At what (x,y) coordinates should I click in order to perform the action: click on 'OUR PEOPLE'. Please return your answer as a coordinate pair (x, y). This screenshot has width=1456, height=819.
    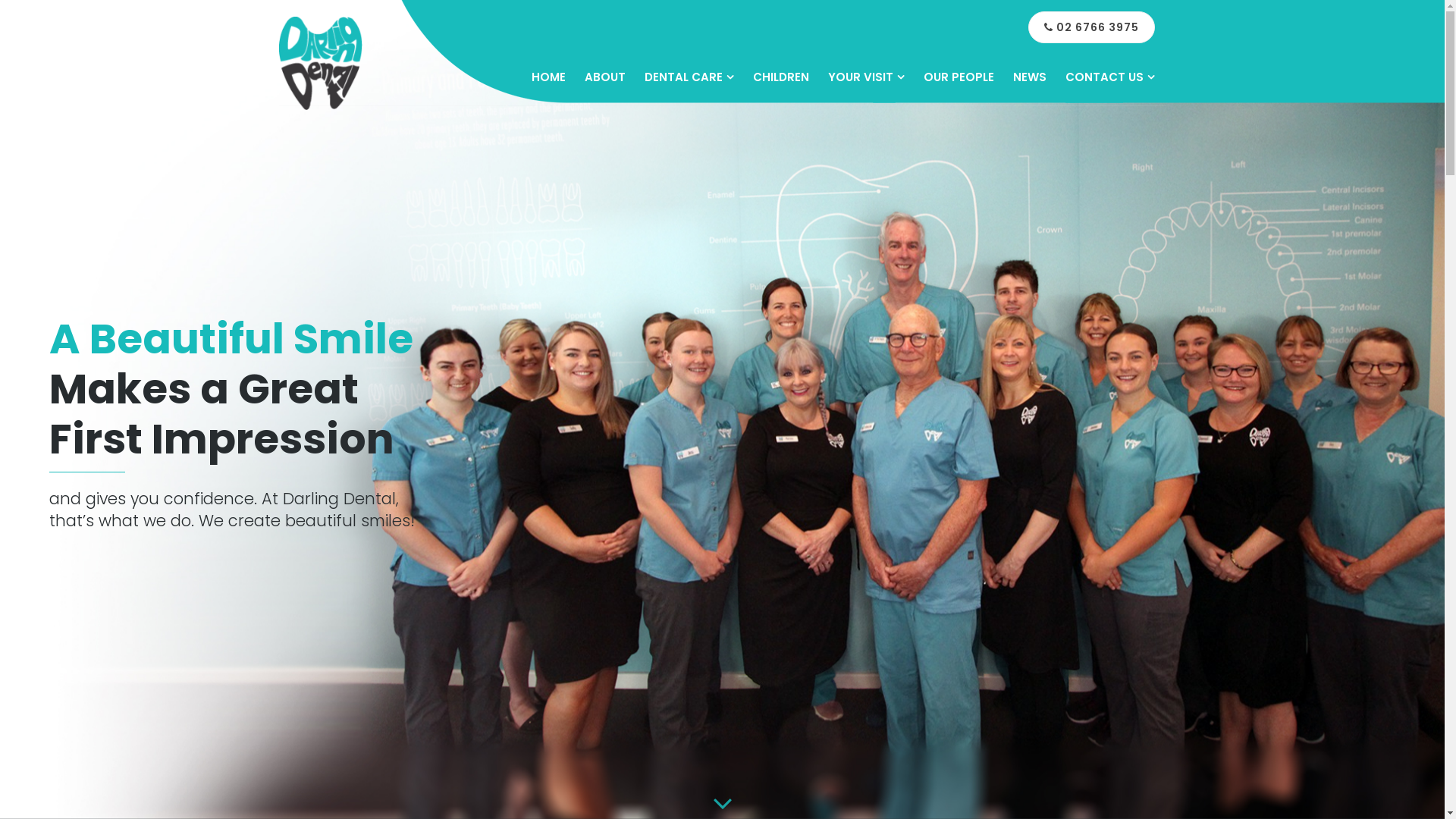
    Looking at the image, I should click on (958, 77).